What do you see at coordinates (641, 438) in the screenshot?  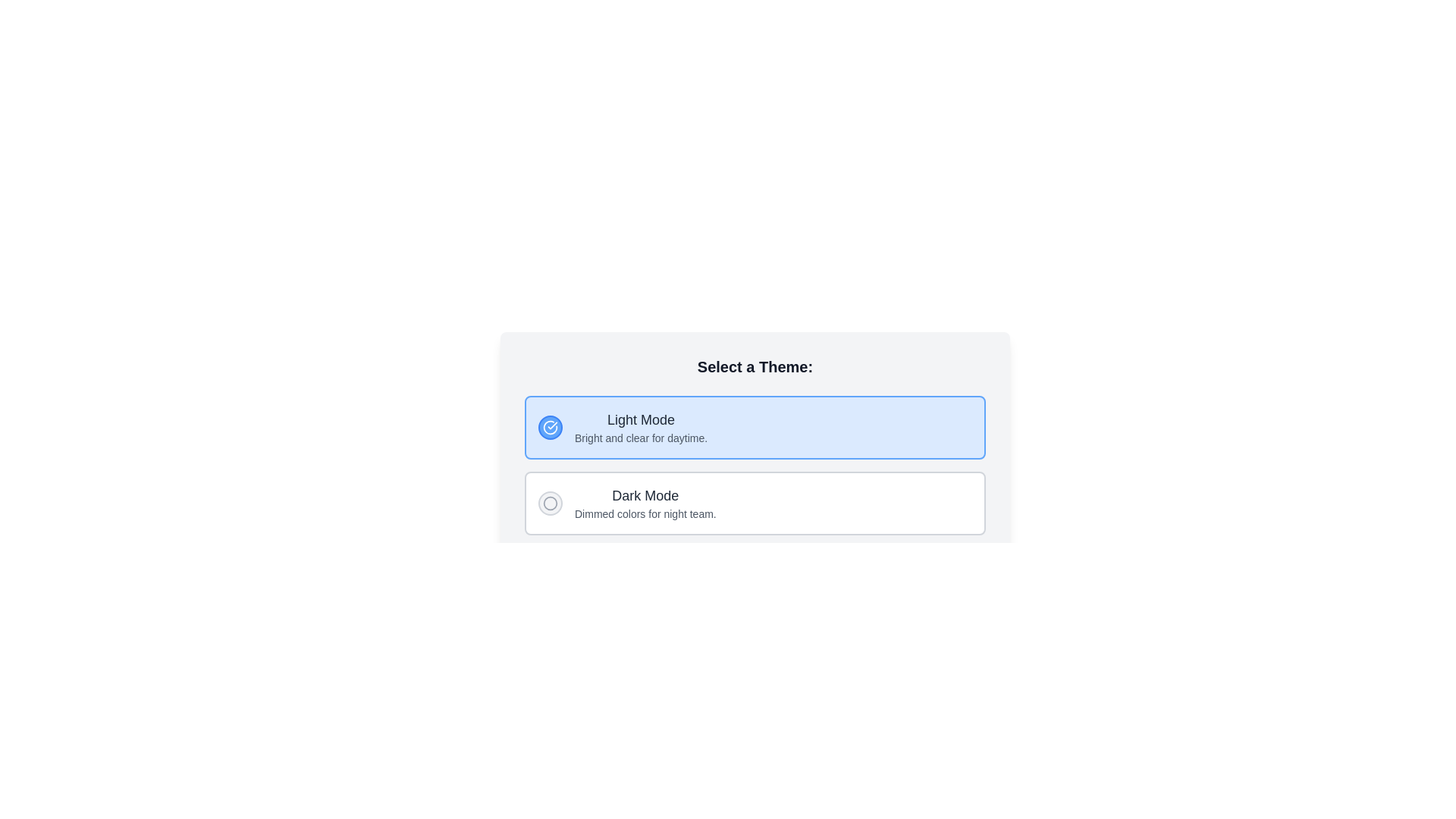 I see `the Text Label that provides a description for the 'Light Mode' option, located below the 'Light Mode' text in the highlighted blue area` at bounding box center [641, 438].